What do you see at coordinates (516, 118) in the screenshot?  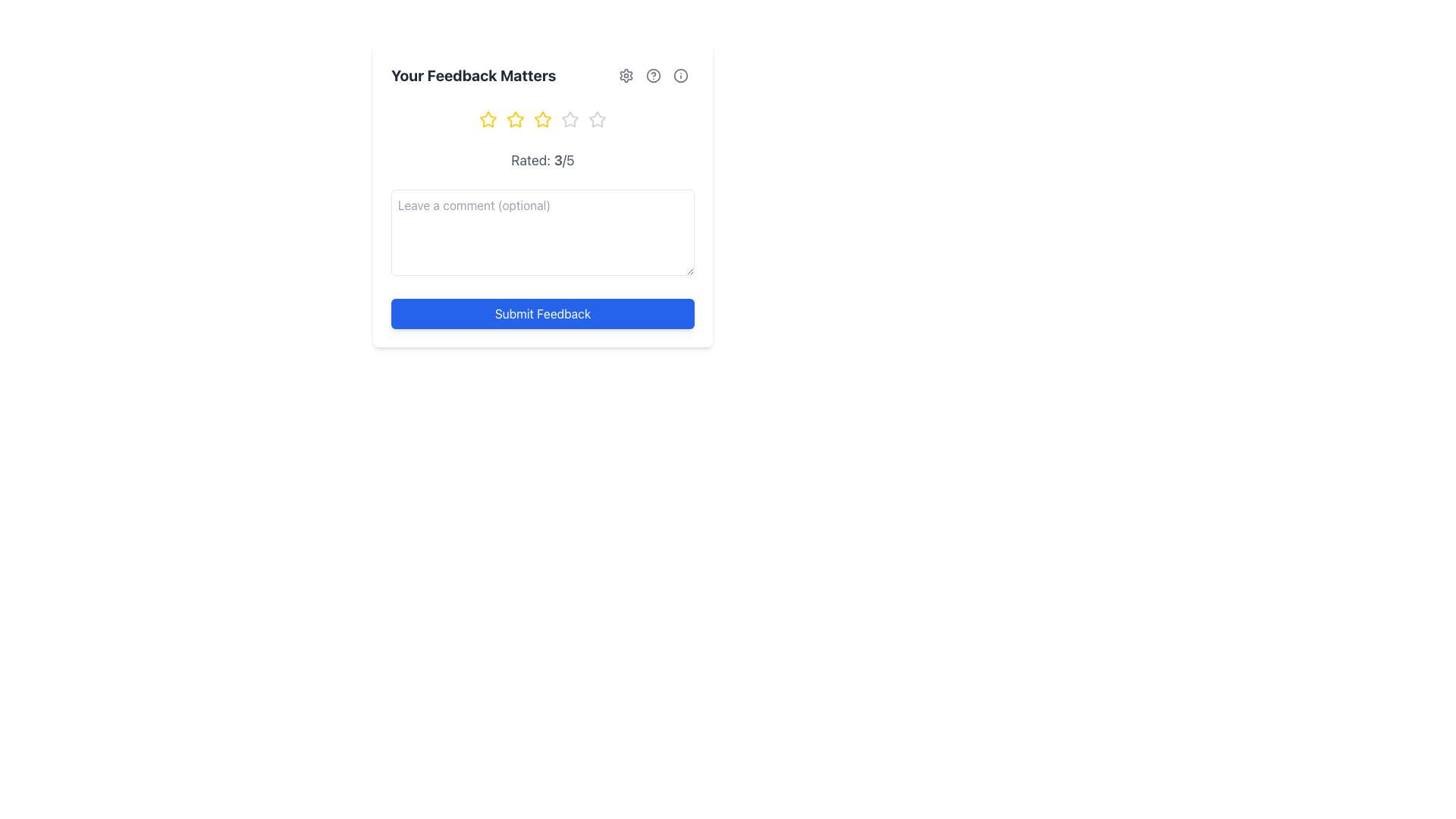 I see `the second star-shaped icon in the rating system located below 'Your Feedback Matters' and above 'Rated: 3/5'` at bounding box center [516, 118].